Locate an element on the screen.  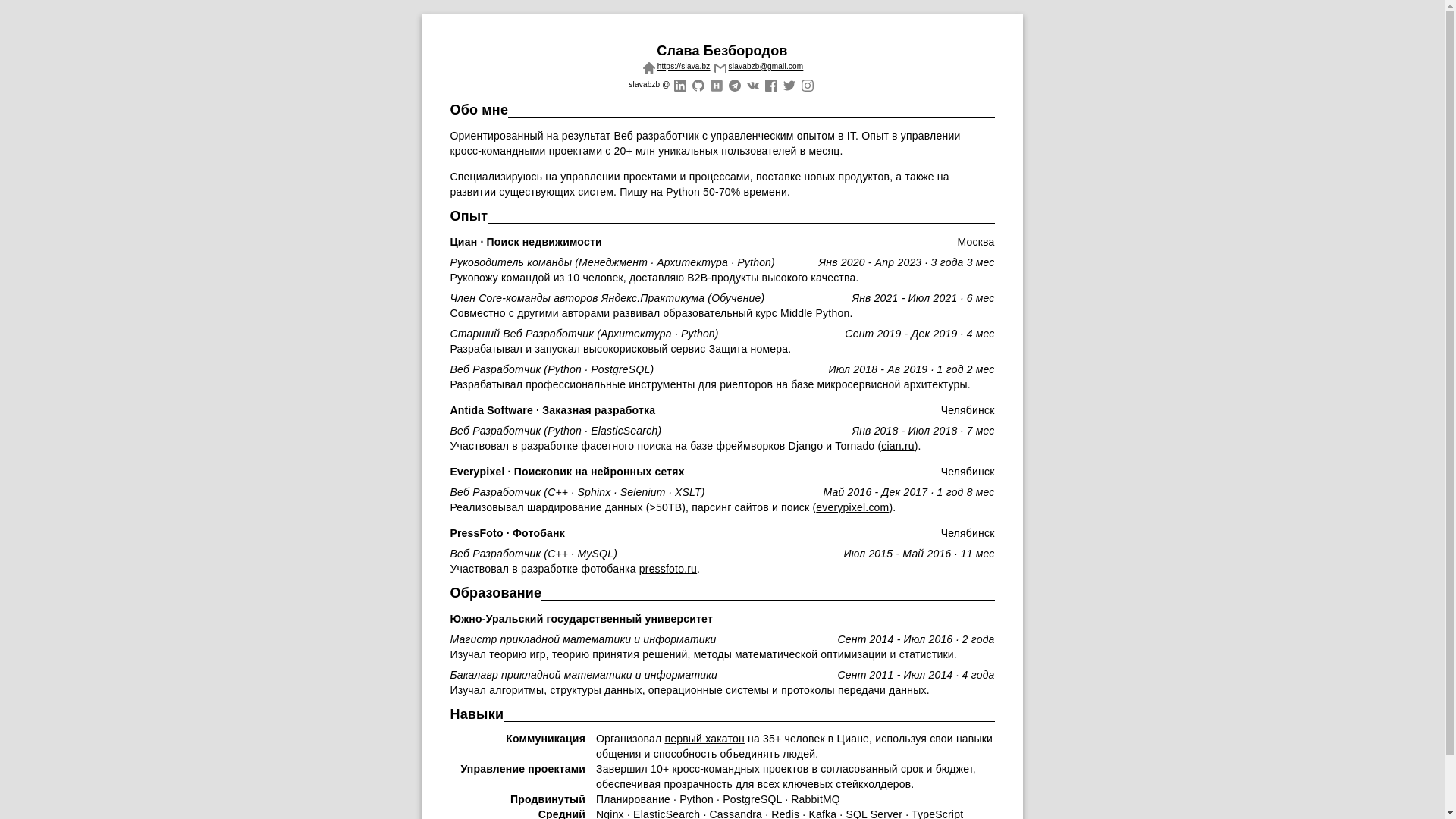
'slavabzb' is located at coordinates (679, 83).